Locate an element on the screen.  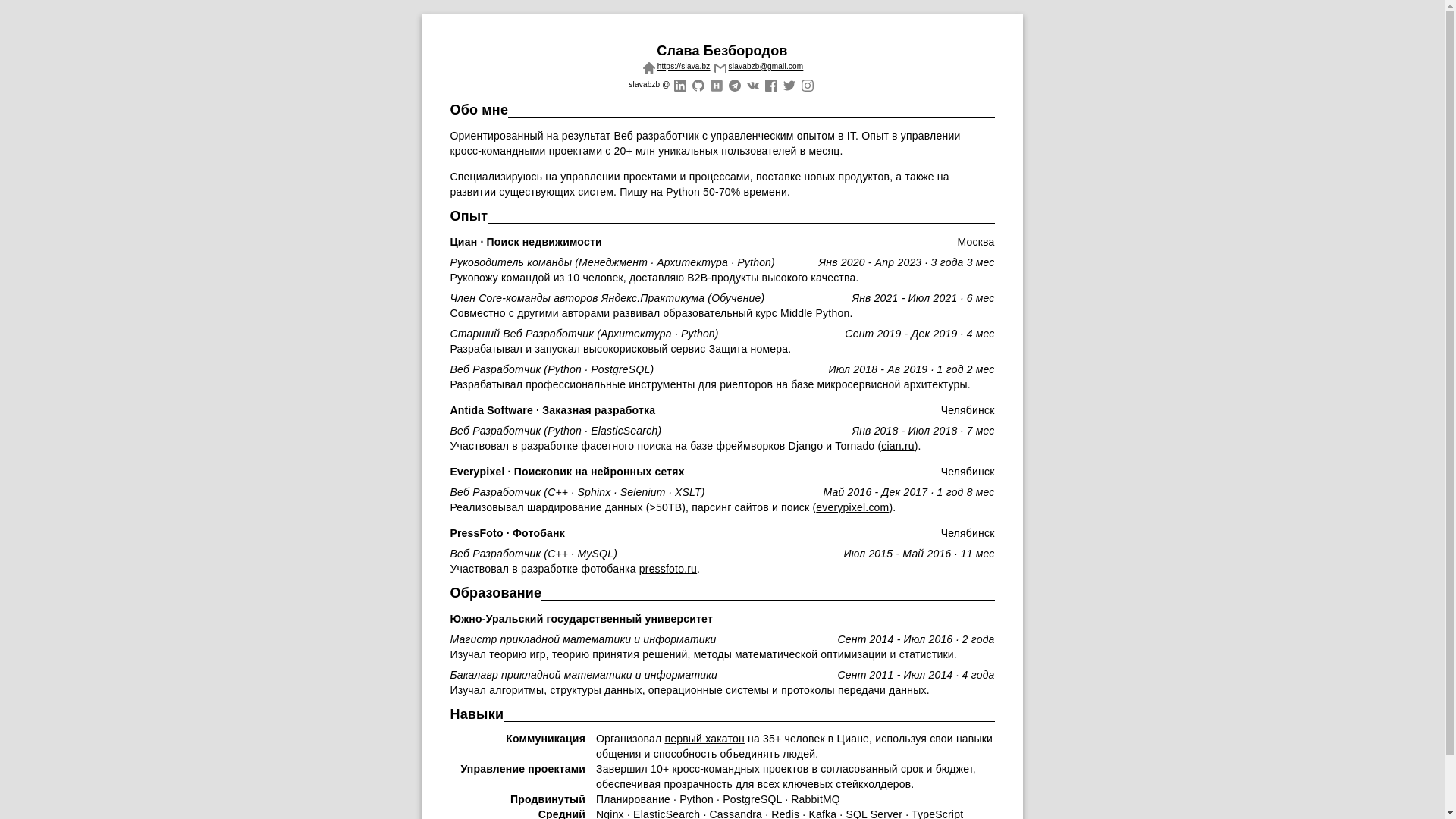
'slavabzb' is located at coordinates (679, 83).